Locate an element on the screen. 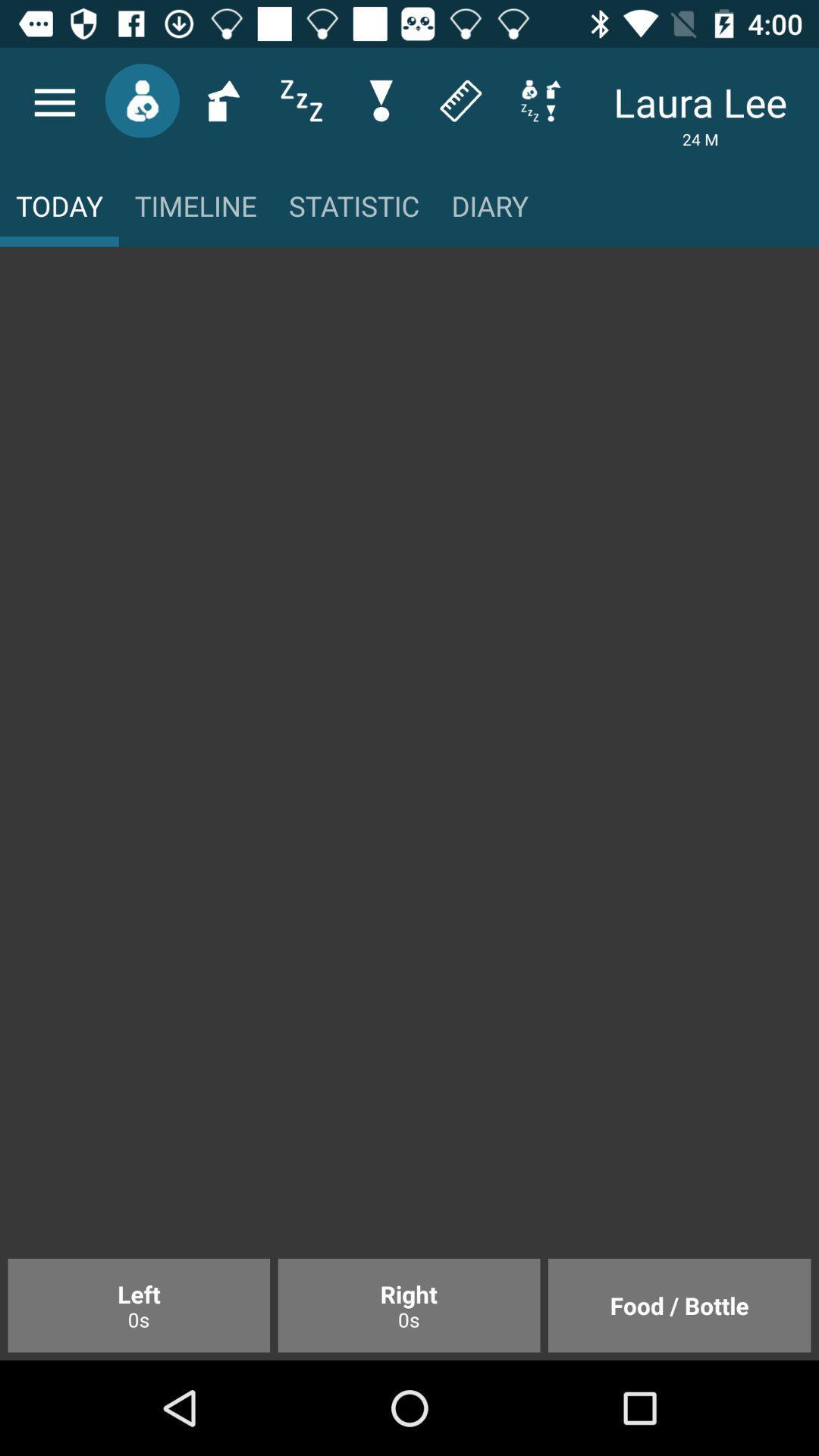  icon next to the right is located at coordinates (679, 1304).